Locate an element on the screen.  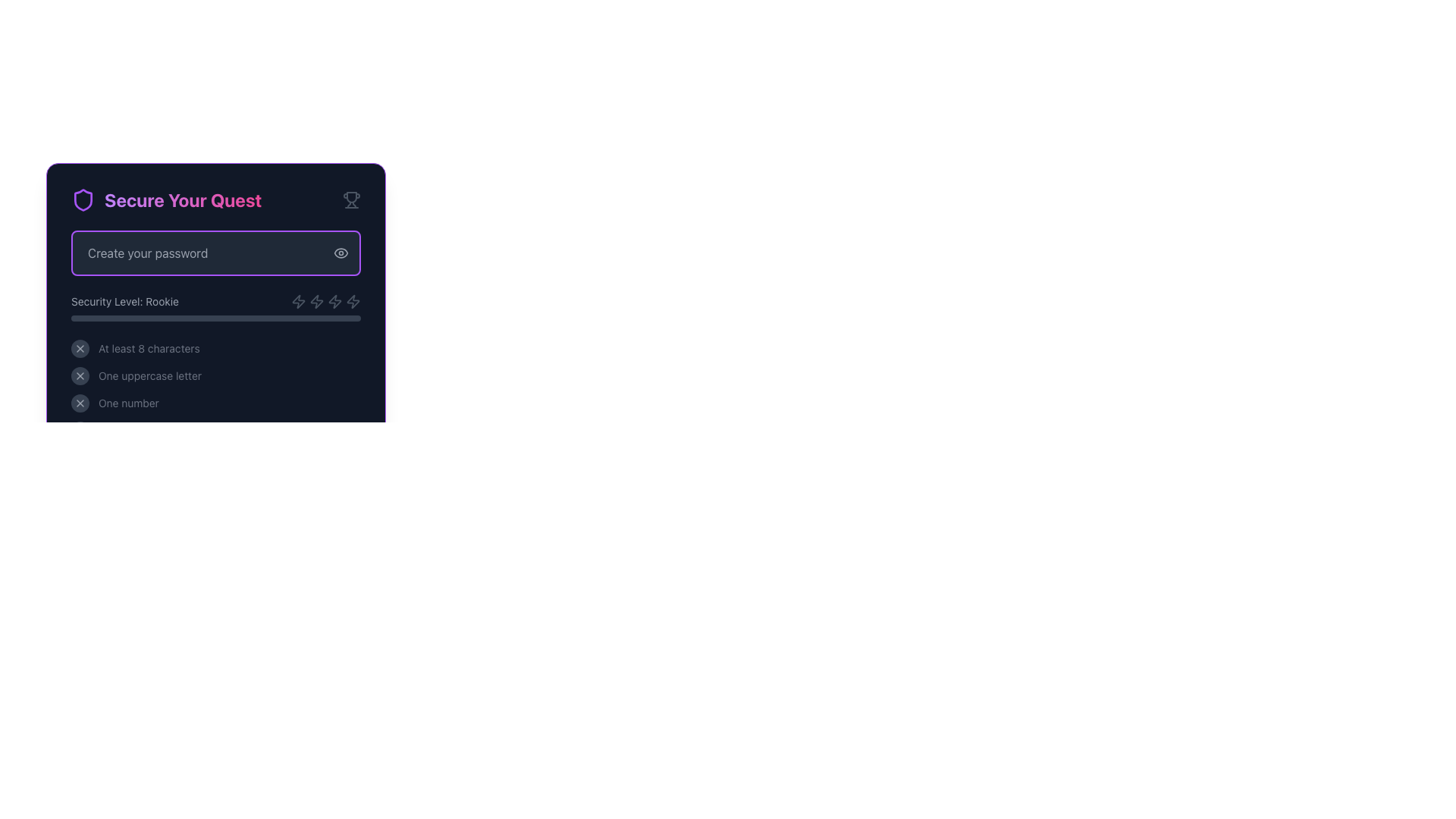
the first lightning bolt icon in the 'Security Level: Rookie' section of the password status indicator component is located at coordinates (298, 301).